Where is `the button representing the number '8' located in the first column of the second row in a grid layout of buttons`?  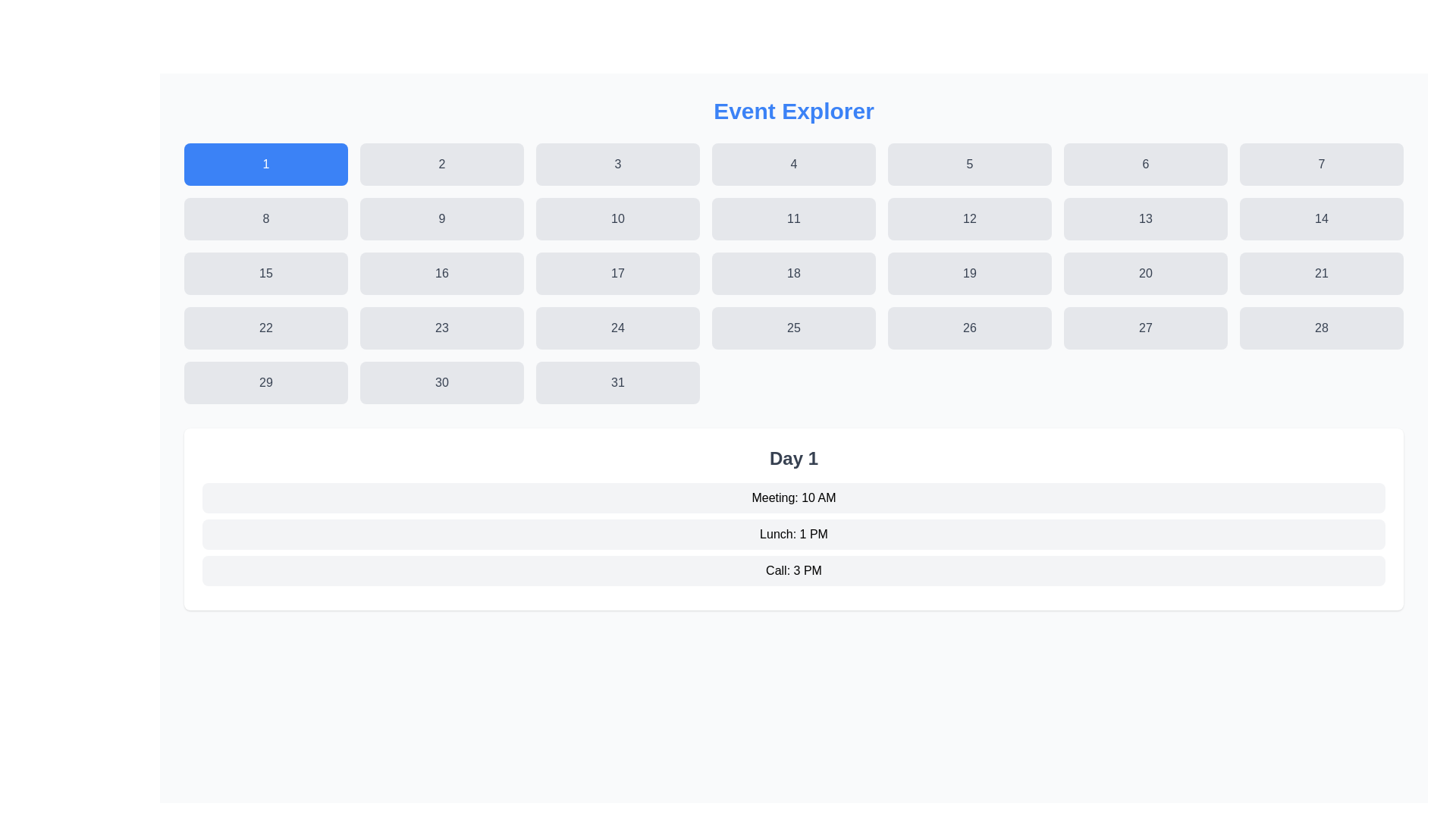
the button representing the number '8' located in the first column of the second row in a grid layout of buttons is located at coordinates (265, 219).